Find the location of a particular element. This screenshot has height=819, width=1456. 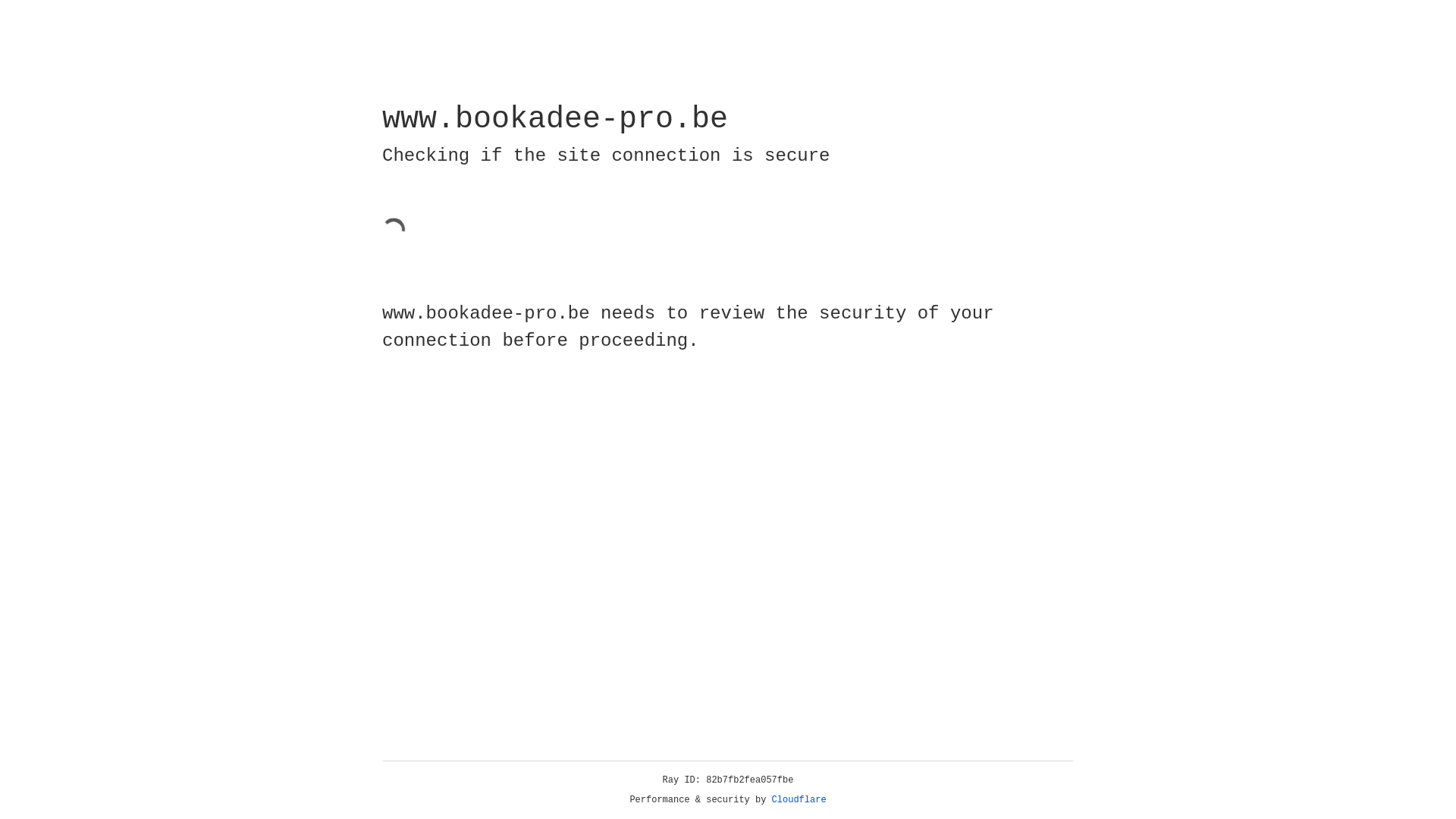

'Cloudflare' is located at coordinates (799, 799).